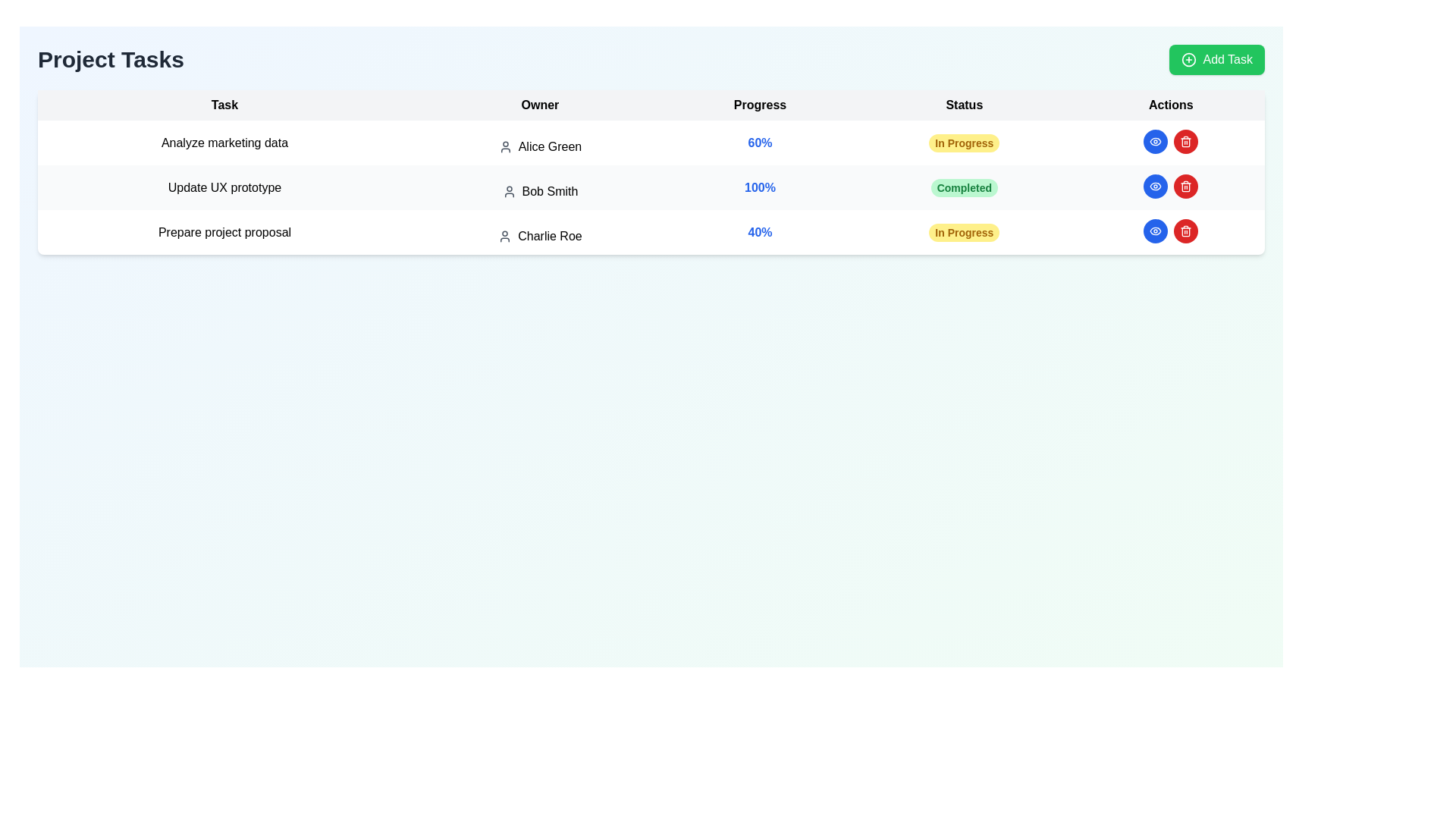  I want to click on the user icon in the 'Owner' column, located to the left of 'Charlie Roe' in the row for 'Prepare project proposal', so click(505, 237).